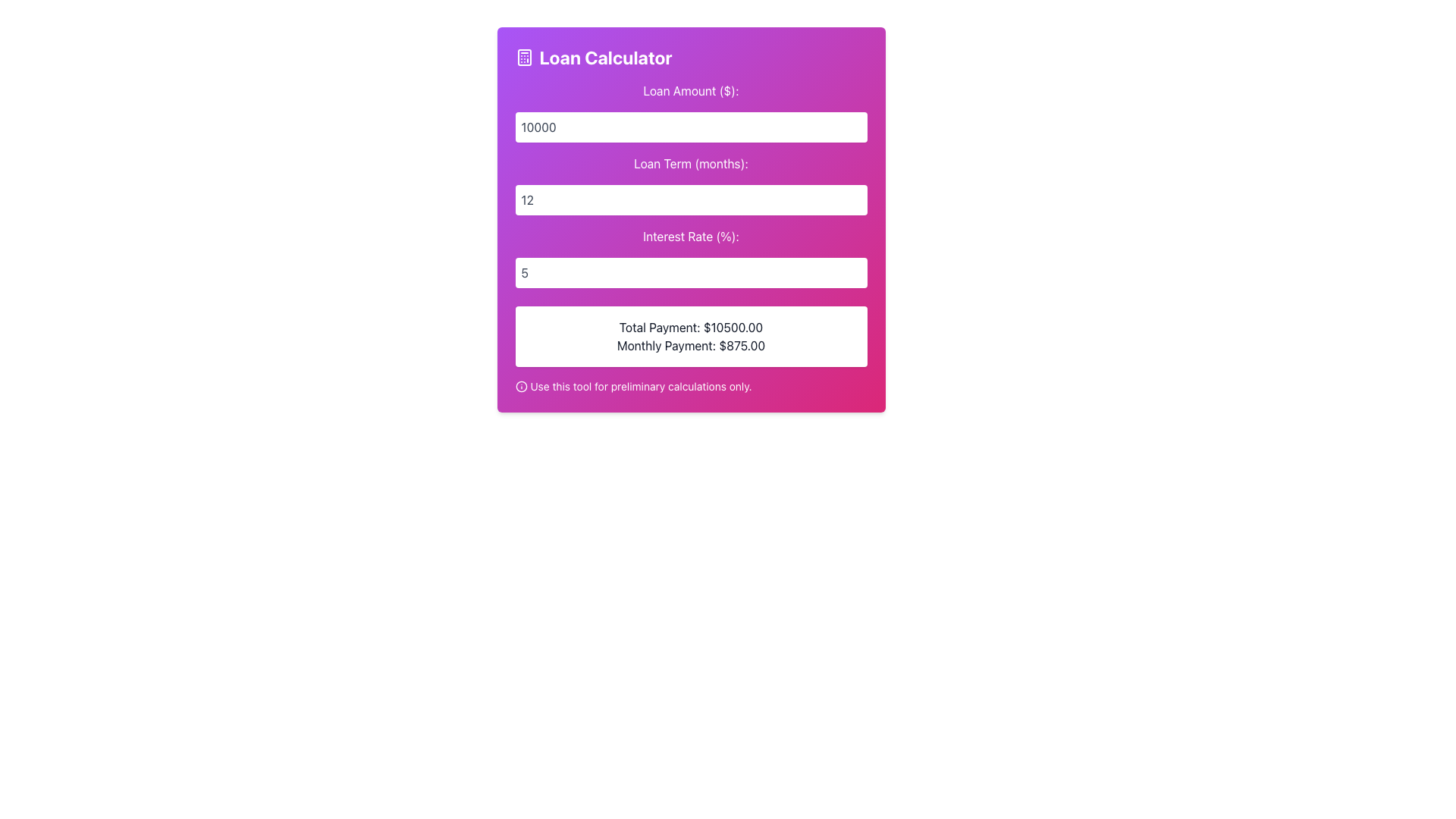  Describe the element at coordinates (690, 385) in the screenshot. I see `the text element that states 'Use this tool for preliminary calculations only.' with an accompanying circular information icon` at that location.